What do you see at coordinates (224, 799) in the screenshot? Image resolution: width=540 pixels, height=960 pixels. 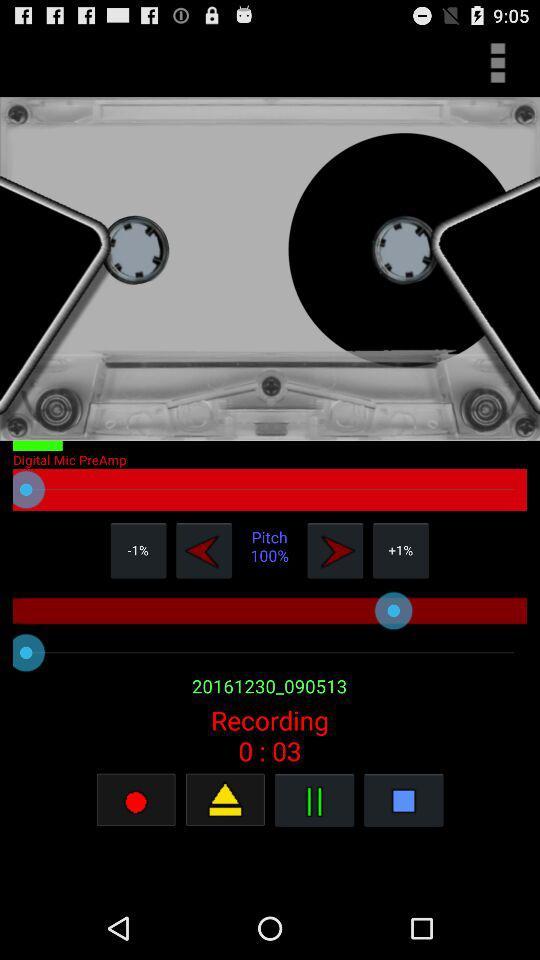 I see `click the open option` at bounding box center [224, 799].